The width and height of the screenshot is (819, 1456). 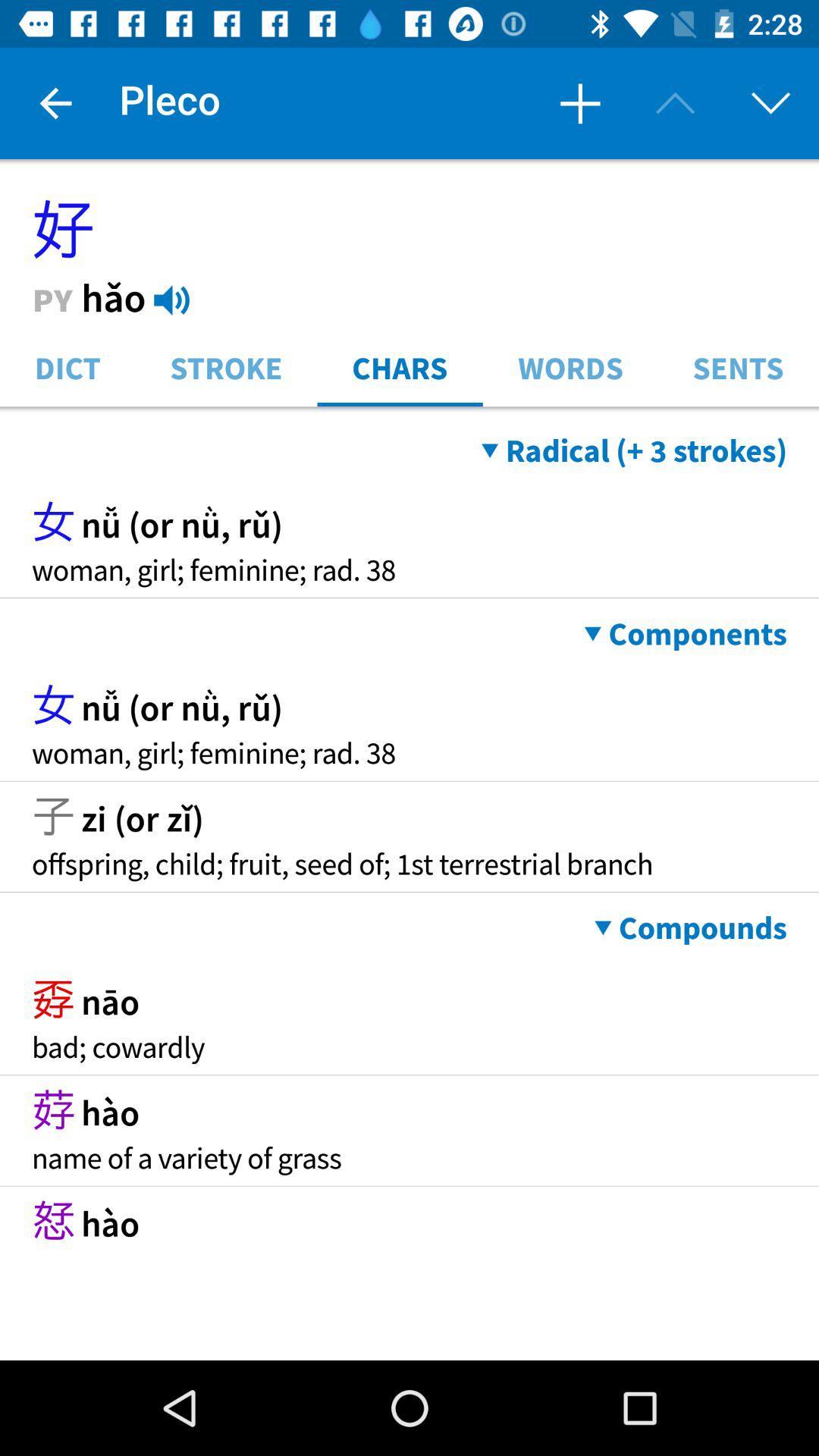 What do you see at coordinates (634, 450) in the screenshot?
I see `the  radical (+ 3 strokes) item` at bounding box center [634, 450].